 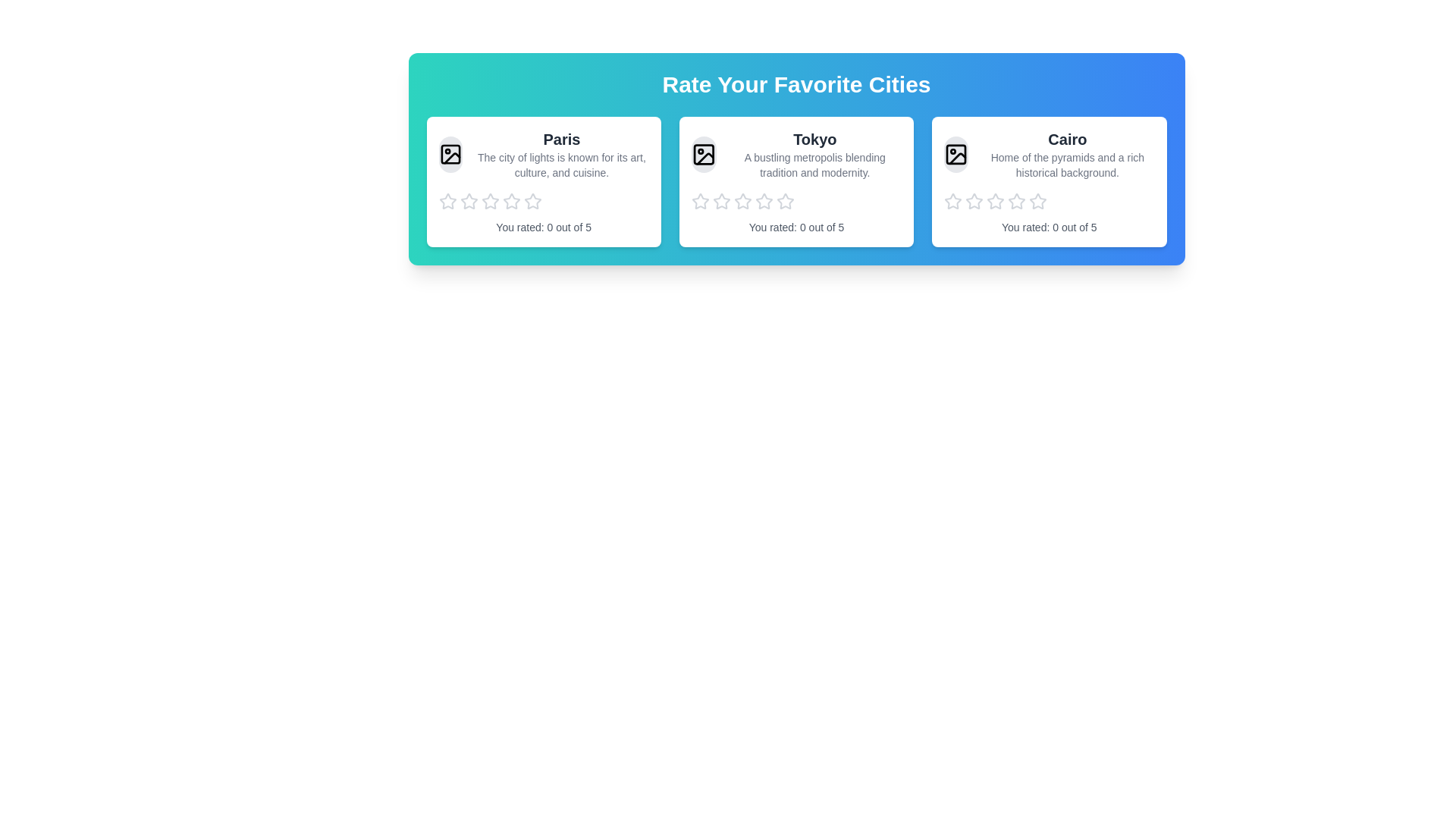 What do you see at coordinates (720, 201) in the screenshot?
I see `the second star icon in the rating system for 'Tokyo'` at bounding box center [720, 201].